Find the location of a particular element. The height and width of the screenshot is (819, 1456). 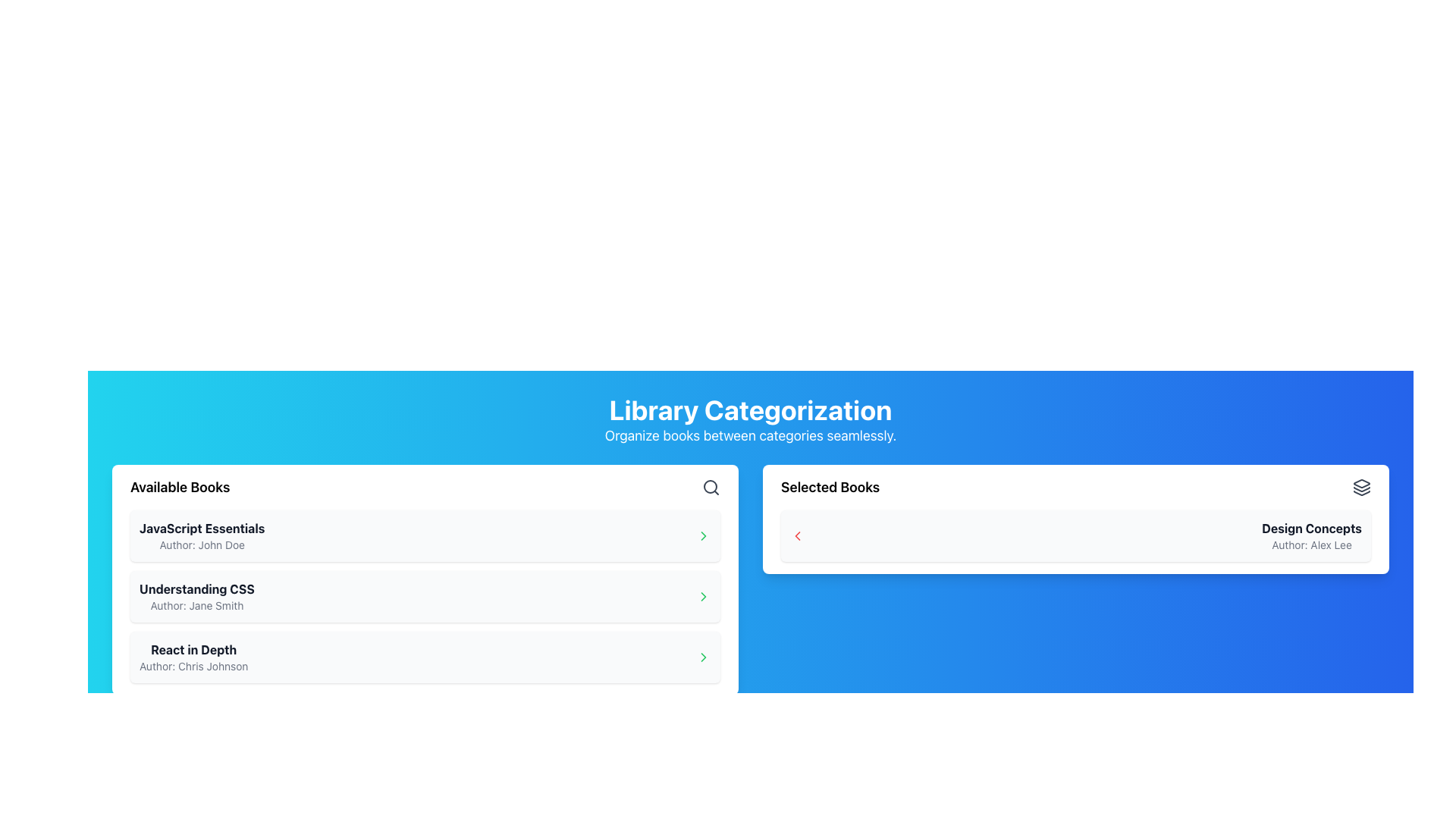

the right-facing chevron icon styled in green, located at the far-right end of the 'Understanding CSS' row with 'Author: Jane Smith' underneath is located at coordinates (702, 595).